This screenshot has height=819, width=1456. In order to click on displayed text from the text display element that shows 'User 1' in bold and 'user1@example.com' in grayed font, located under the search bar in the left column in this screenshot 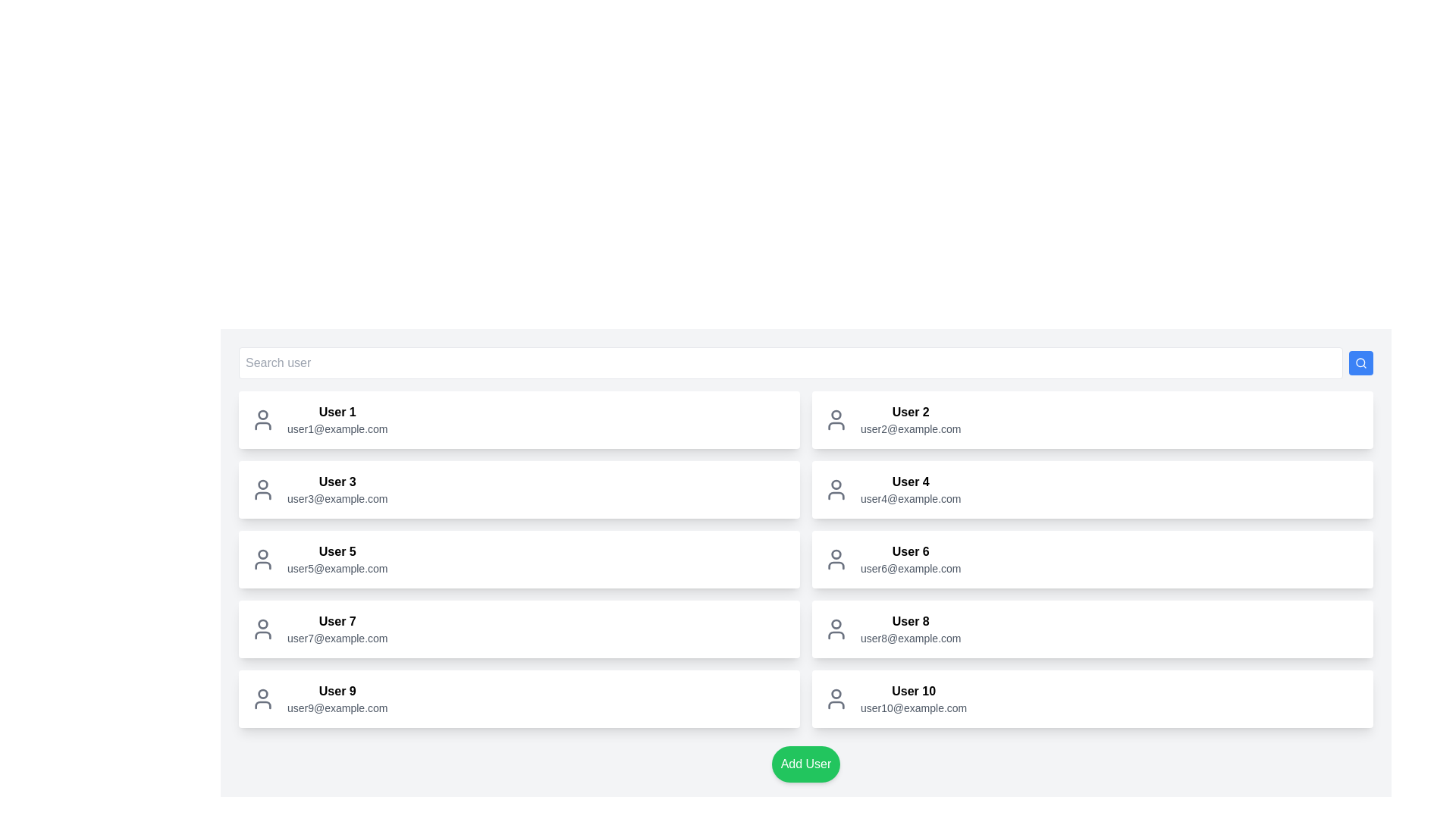, I will do `click(337, 420)`.